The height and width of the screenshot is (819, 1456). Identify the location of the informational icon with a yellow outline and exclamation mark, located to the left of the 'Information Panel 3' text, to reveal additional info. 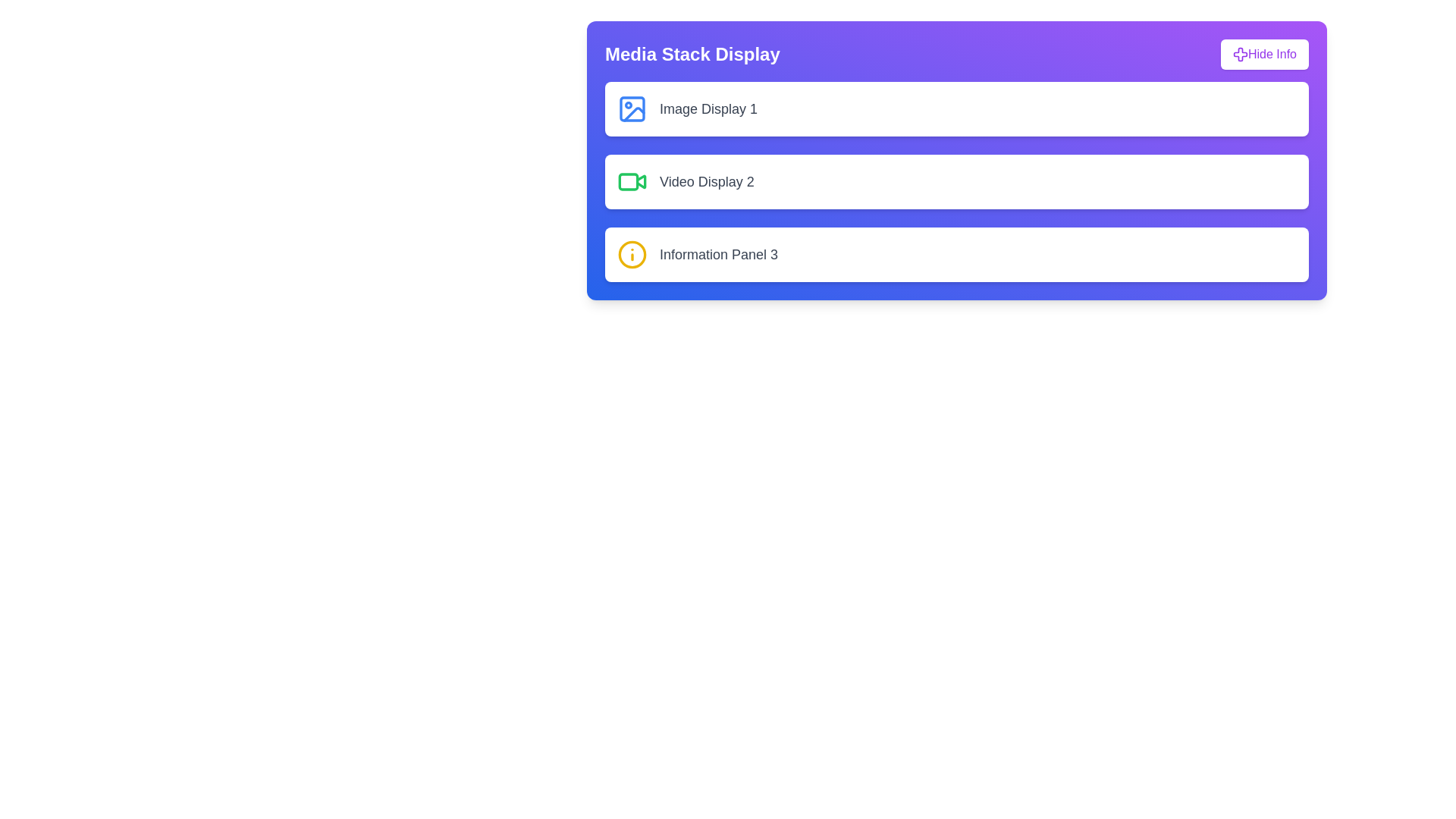
(632, 253).